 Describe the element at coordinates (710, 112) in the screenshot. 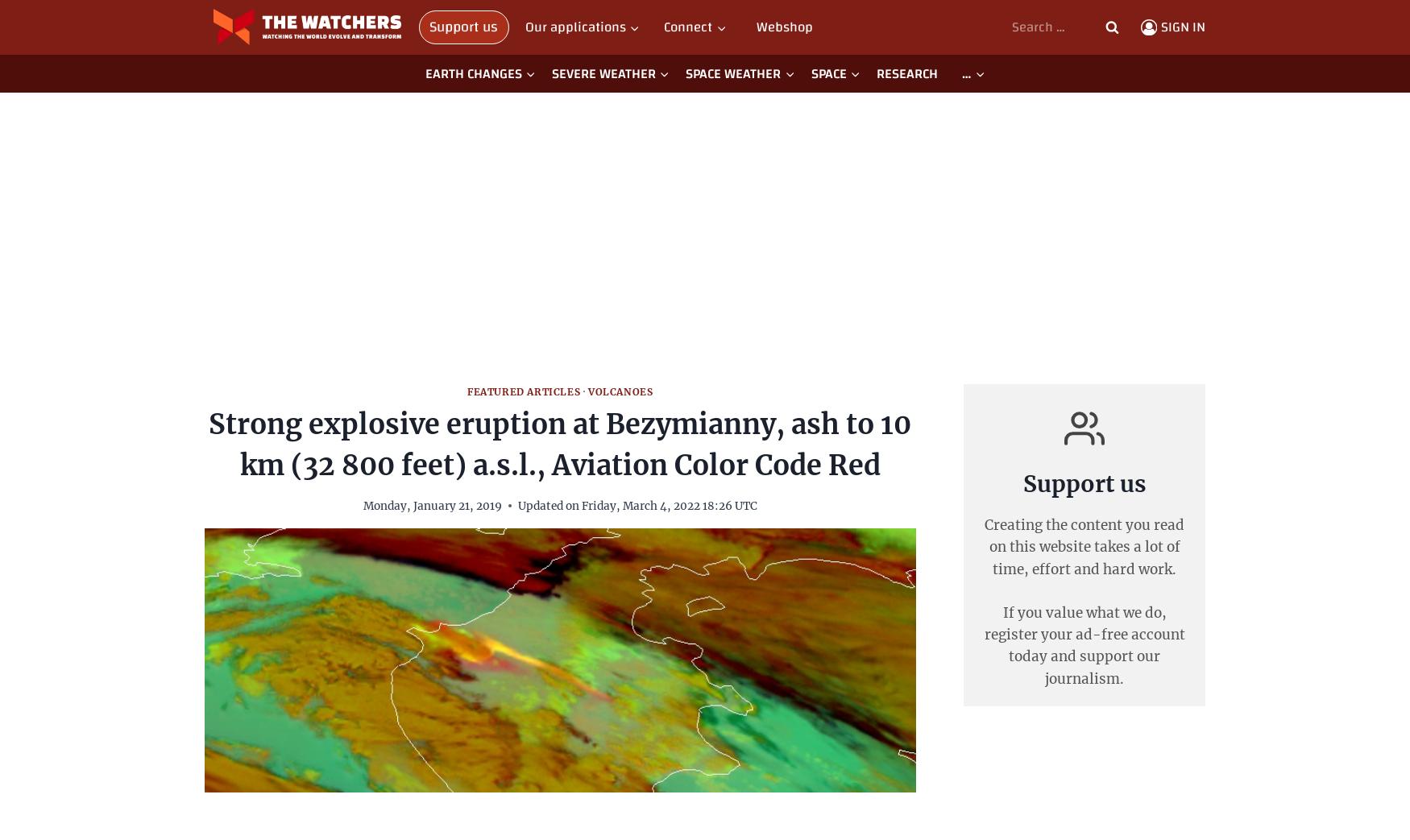

I see `'Tsunami'` at that location.